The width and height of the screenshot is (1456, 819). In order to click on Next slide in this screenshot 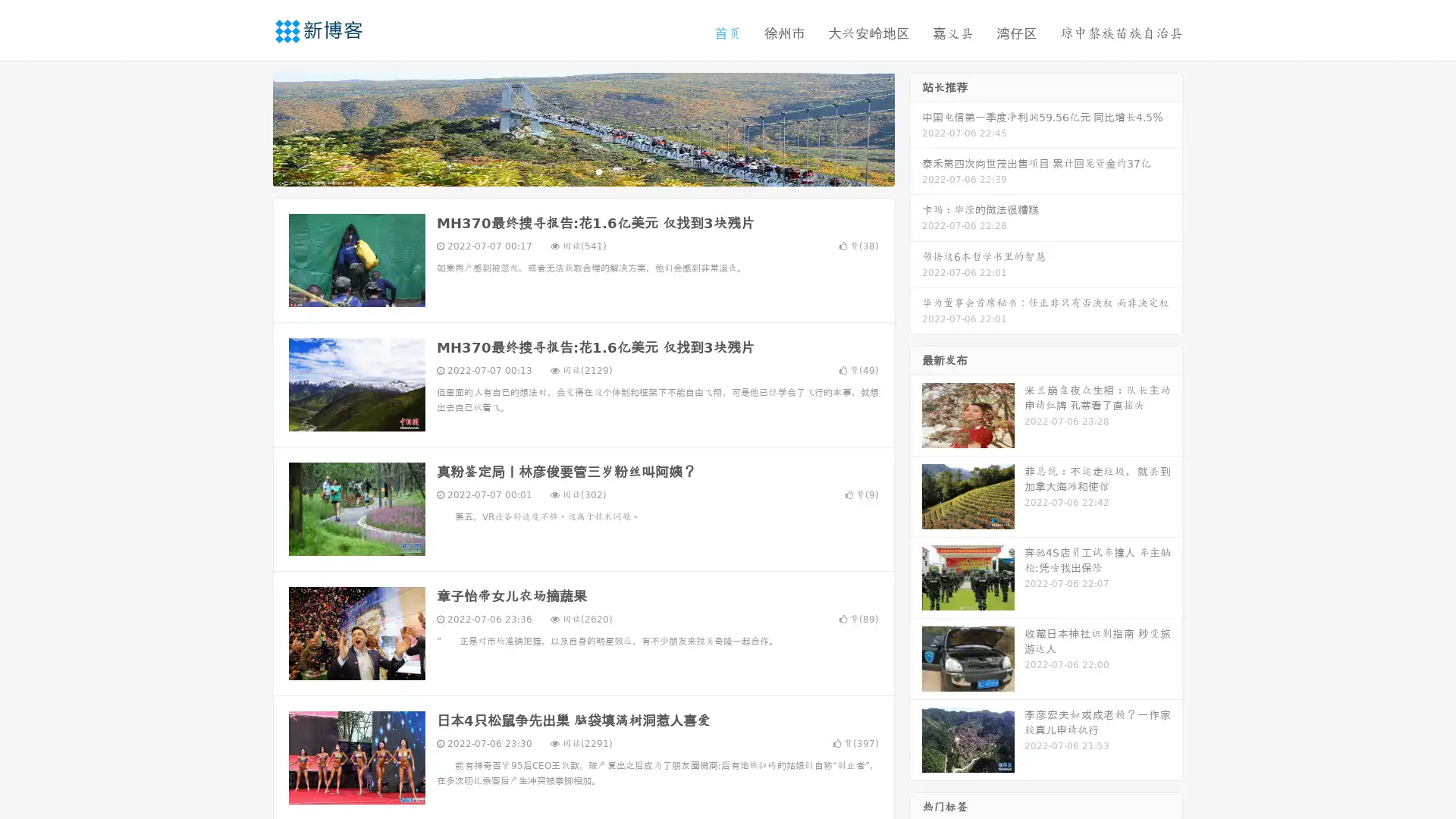, I will do `click(916, 127)`.